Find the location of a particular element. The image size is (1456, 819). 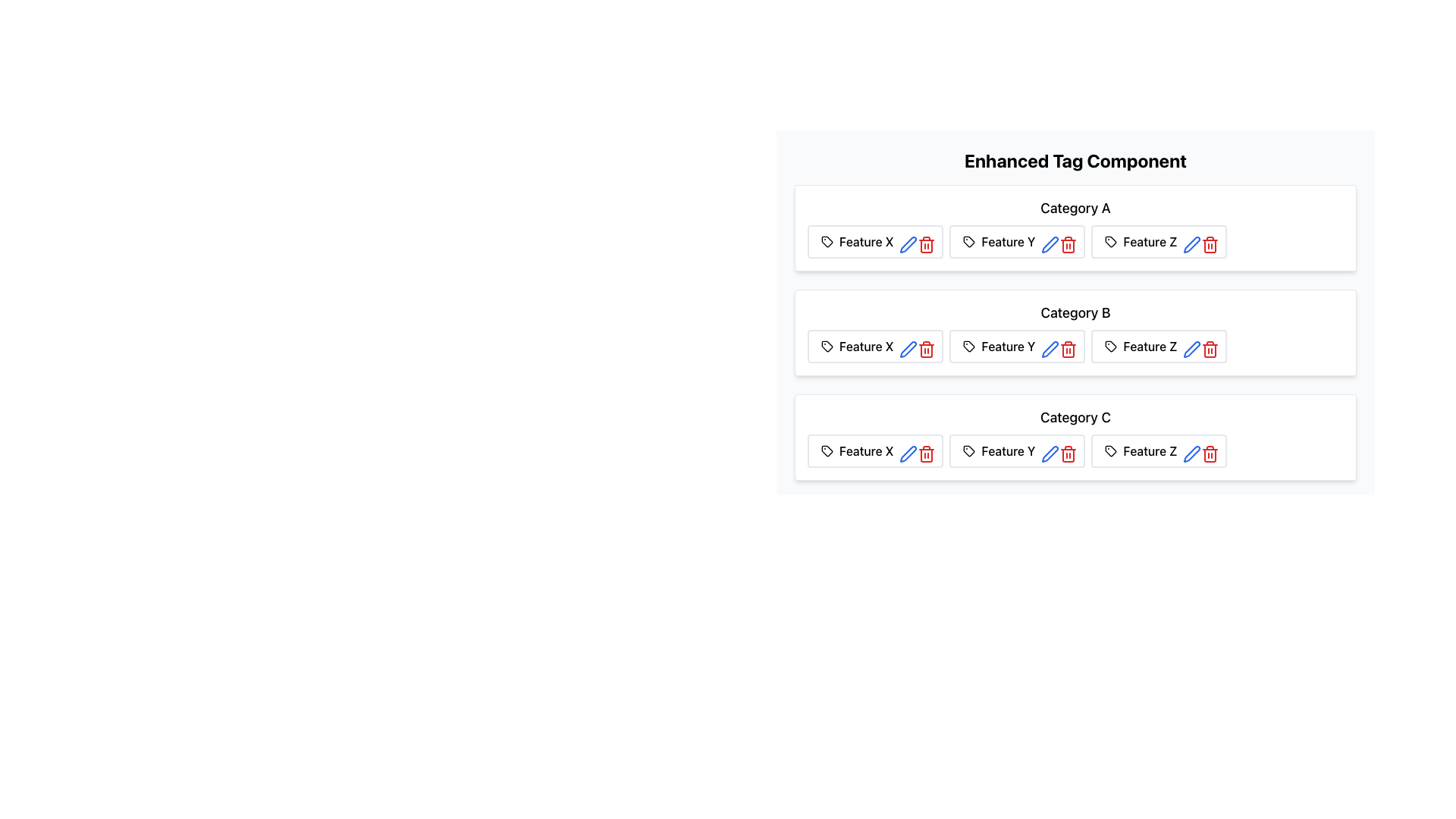

the SVG graphical tag icon located to the immediate left of the 'Feature Z' label in the 'Category C' section is located at coordinates (1111, 450).